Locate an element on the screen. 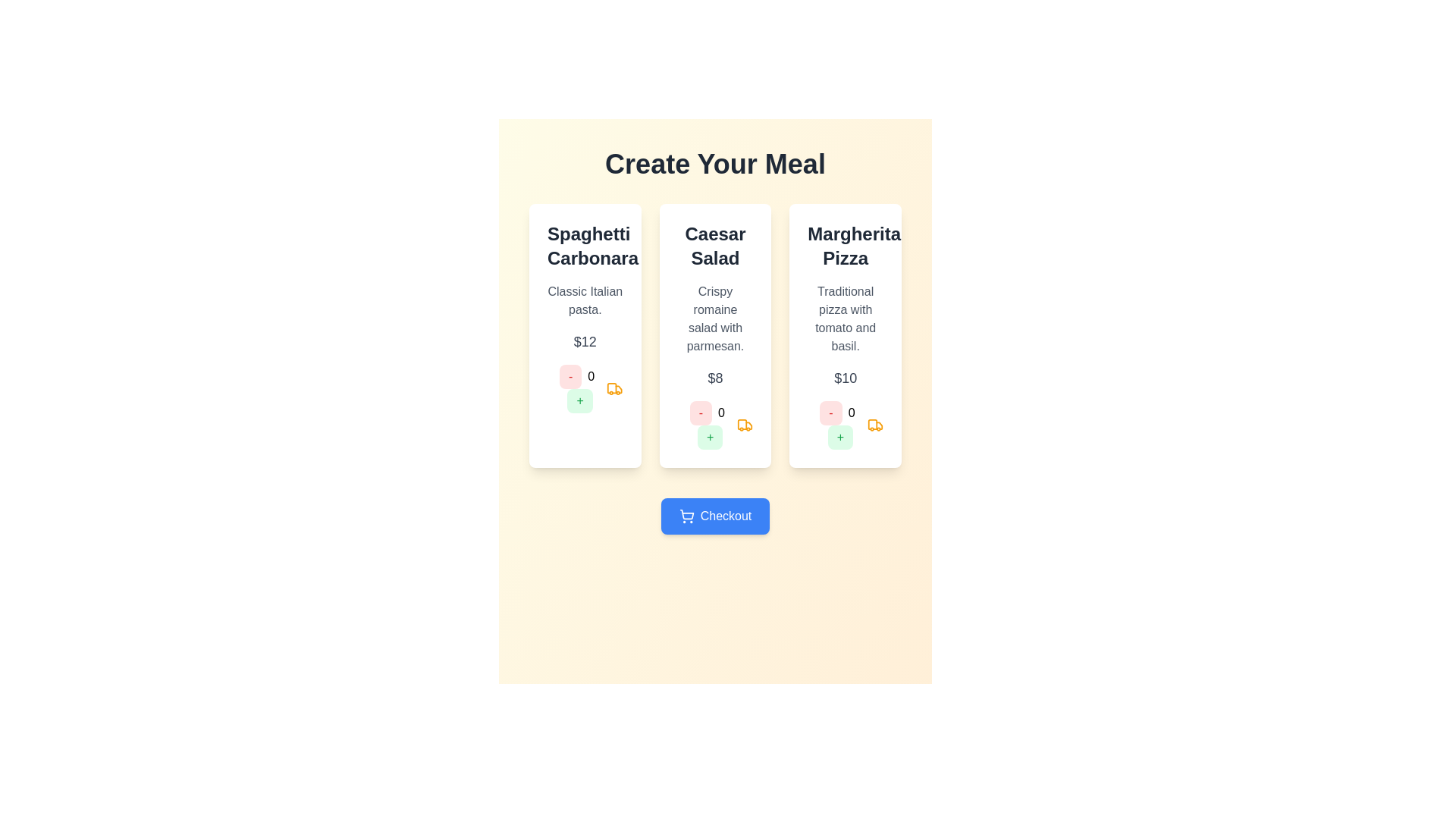 The image size is (1456, 819). the static text element displaying the number '0' located between the decrement ('-') and increment ('+') buttons in the control group of the 'Margherita Pizza' card is located at coordinates (720, 413).